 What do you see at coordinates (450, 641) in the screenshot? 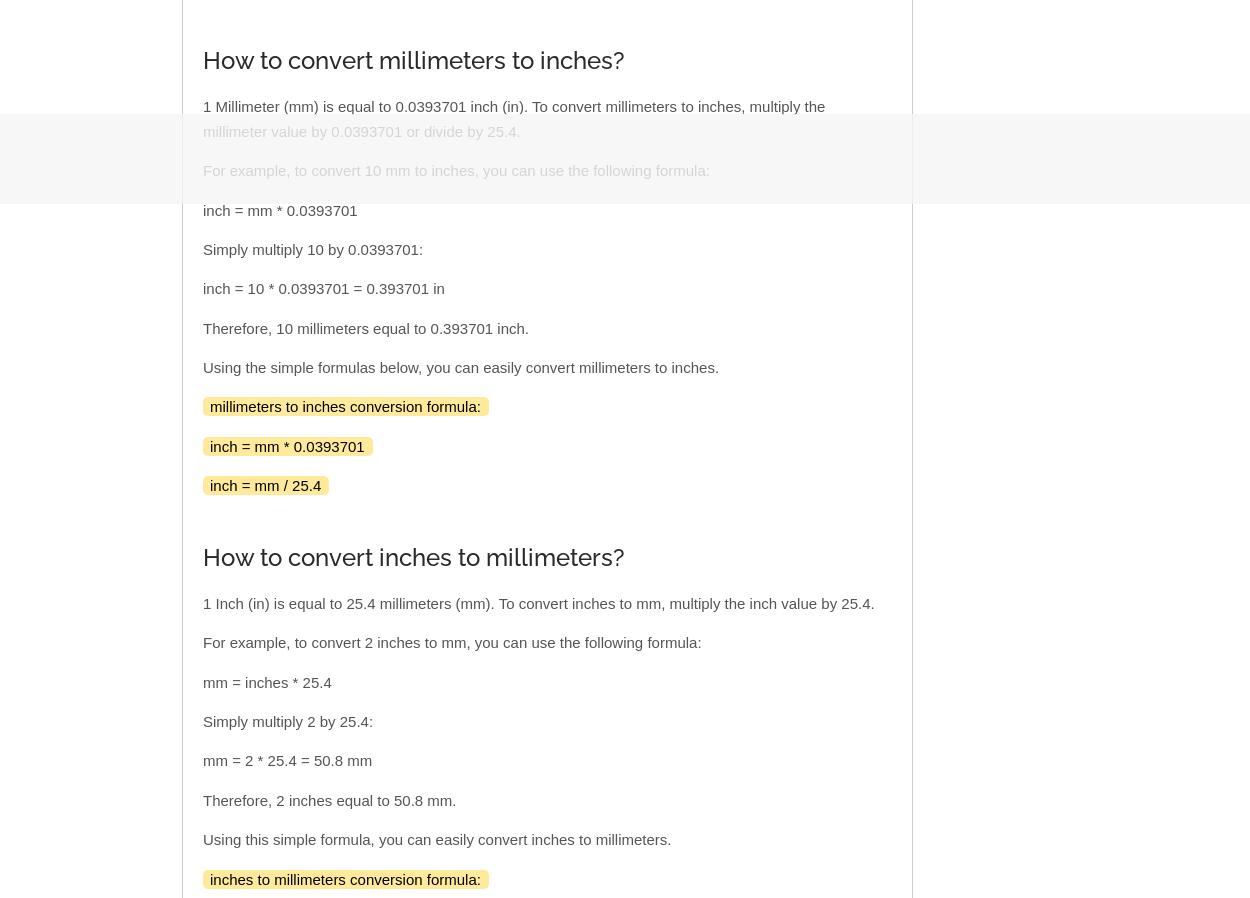
I see `'For example, to convert 2 inches to mm, you can use the following formula:'` at bounding box center [450, 641].